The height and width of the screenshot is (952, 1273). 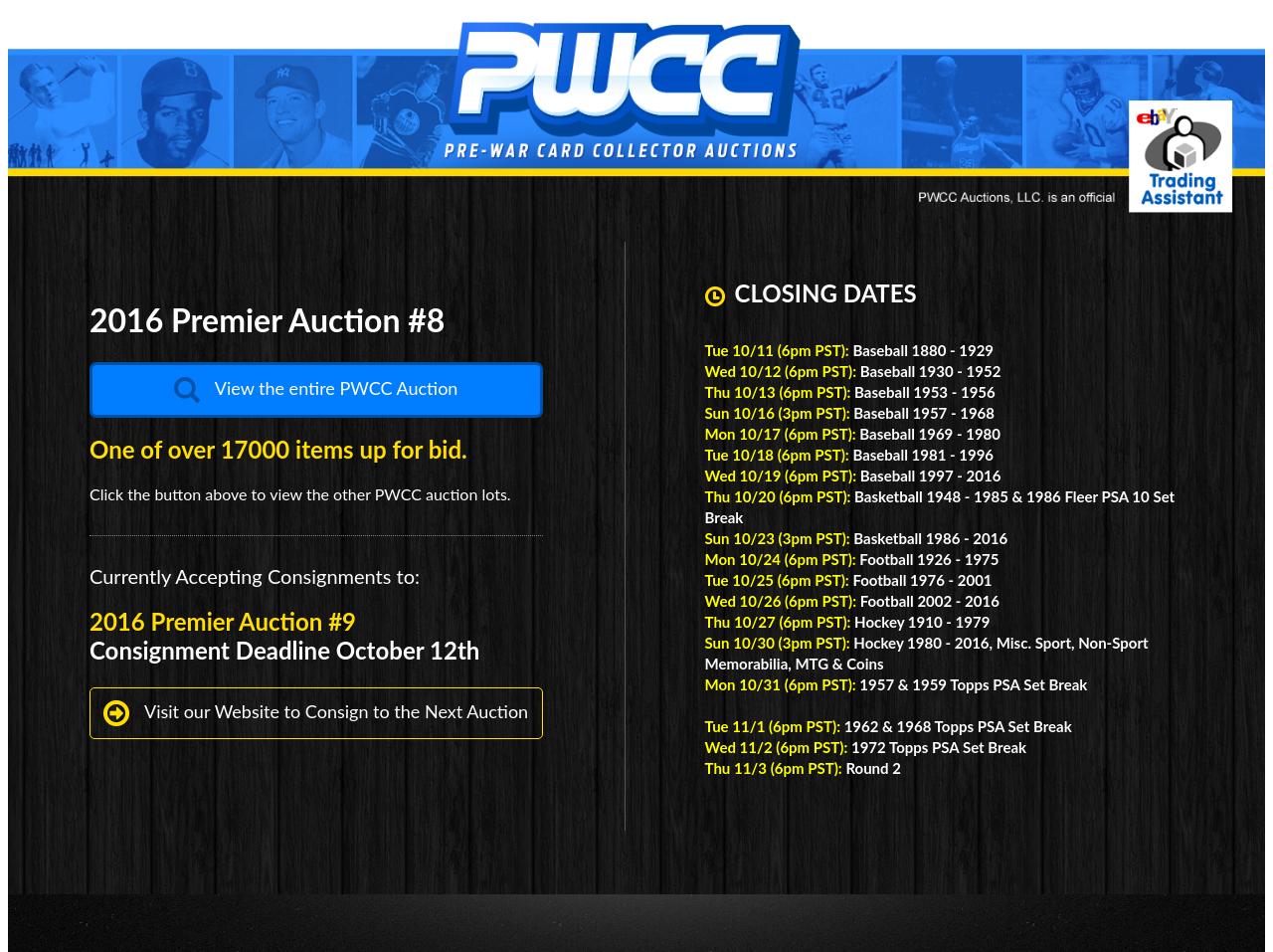 I want to click on 'Baseball 1997 - 2016', so click(x=859, y=476).